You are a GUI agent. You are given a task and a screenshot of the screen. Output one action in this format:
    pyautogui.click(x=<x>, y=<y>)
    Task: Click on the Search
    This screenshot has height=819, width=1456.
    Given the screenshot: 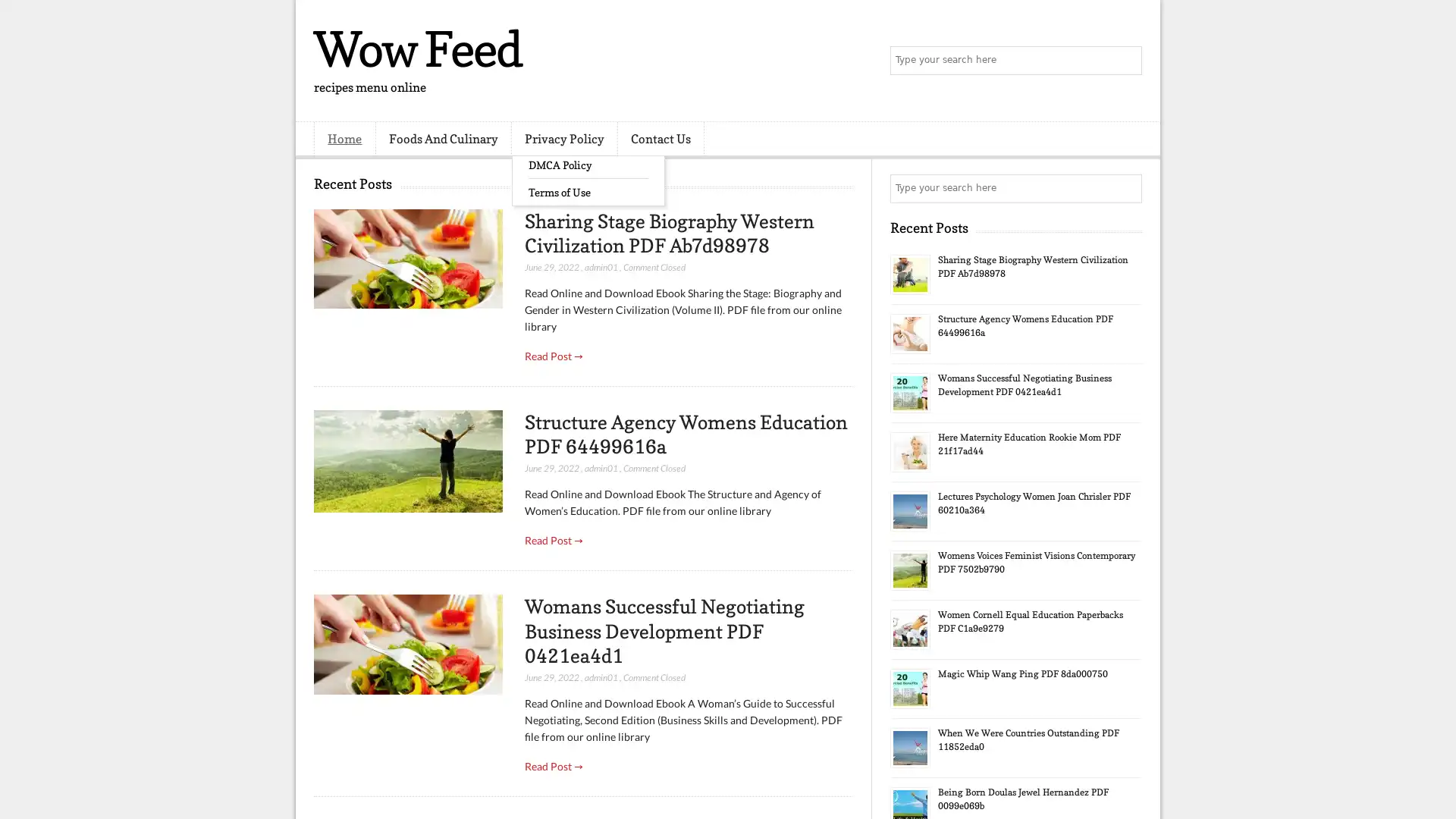 What is the action you would take?
    pyautogui.click(x=1126, y=188)
    